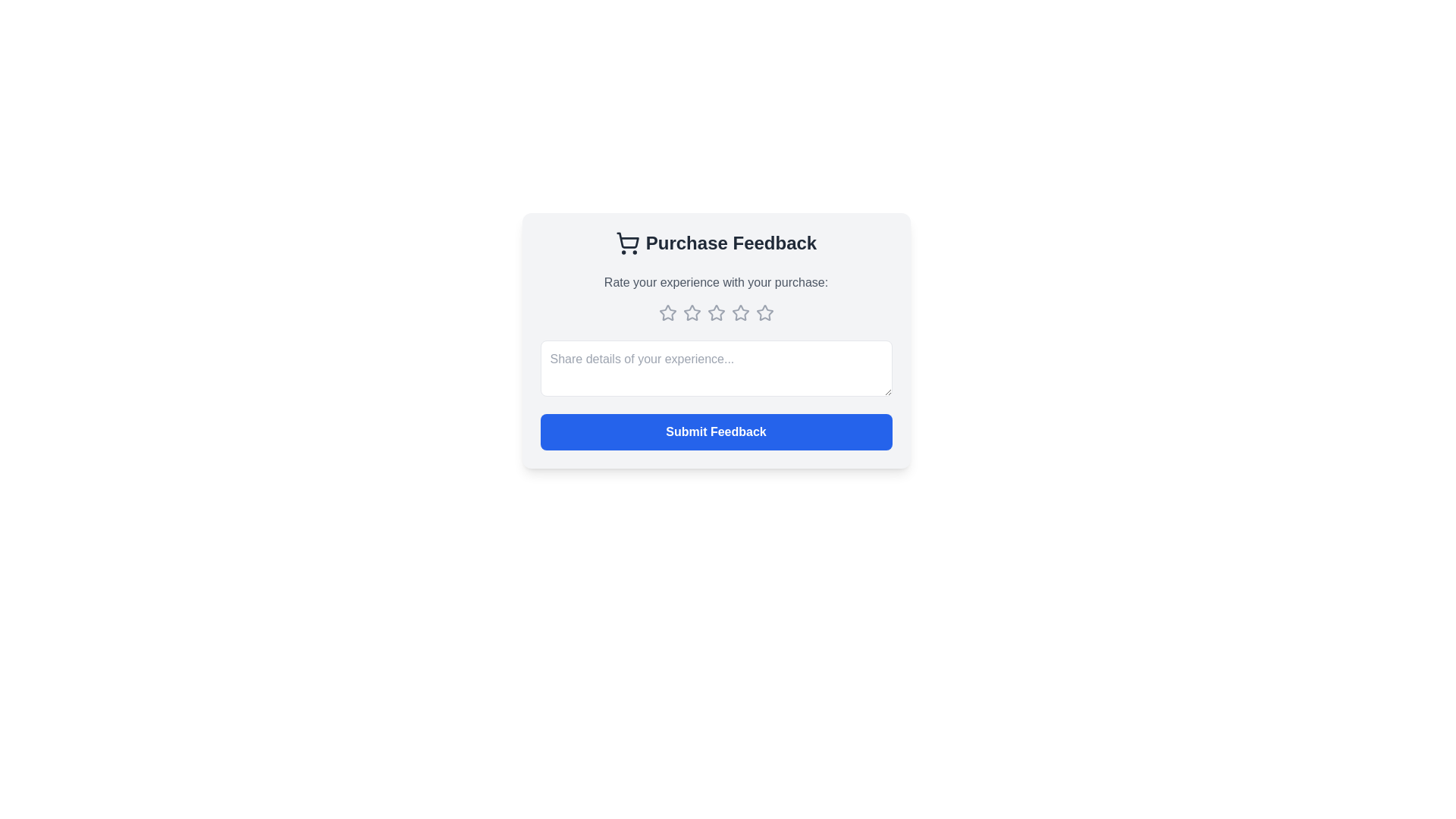 This screenshot has height=819, width=1456. I want to click on the fourth star icon in the feedback rating section, so click(740, 312).